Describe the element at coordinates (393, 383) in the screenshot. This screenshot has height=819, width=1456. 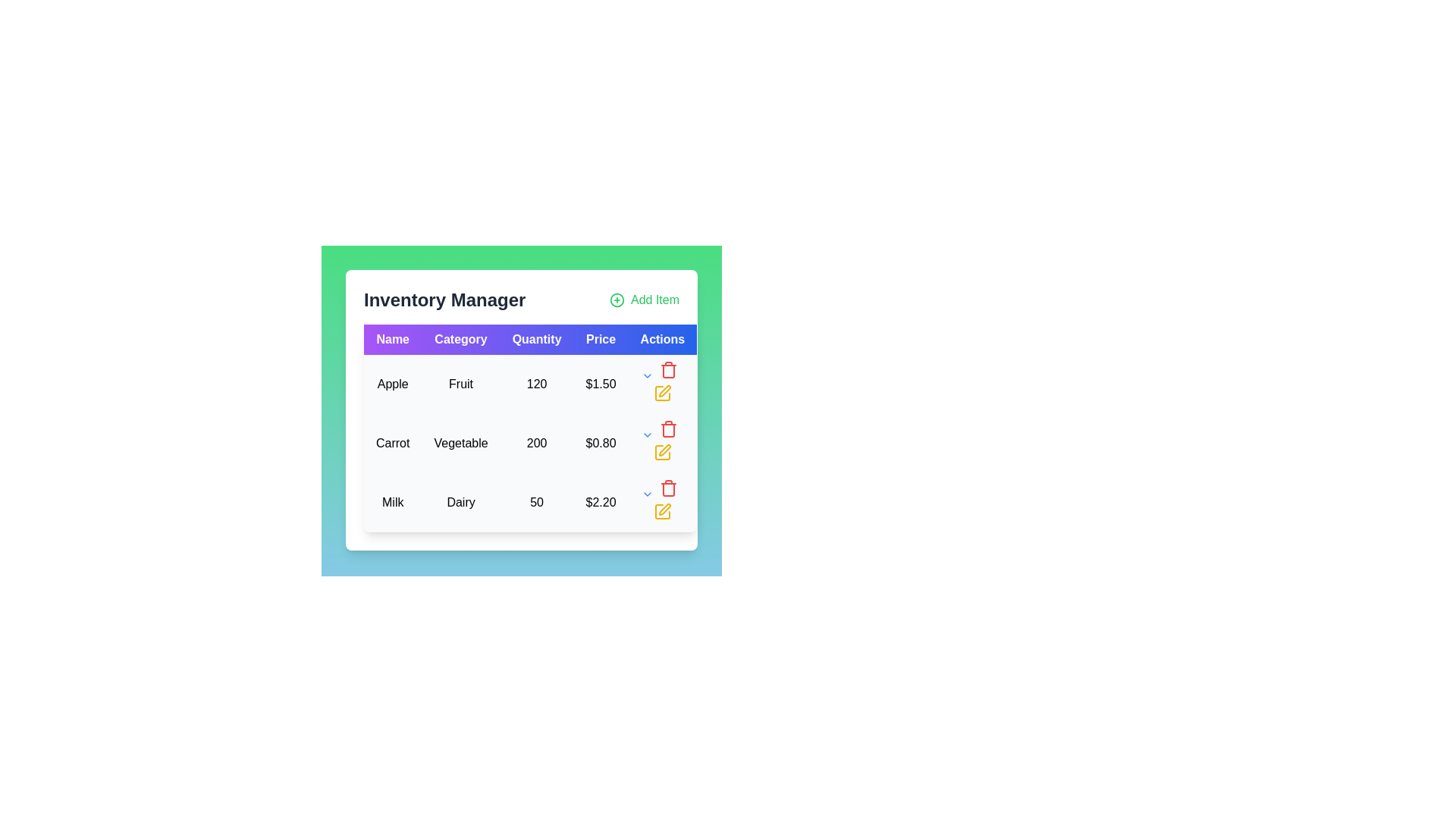
I see `the text label representing the name of an item in the inventory table, located in the first row under the 'Name' column, adjacent to the 'Category' column with the text 'Fruit'` at that location.